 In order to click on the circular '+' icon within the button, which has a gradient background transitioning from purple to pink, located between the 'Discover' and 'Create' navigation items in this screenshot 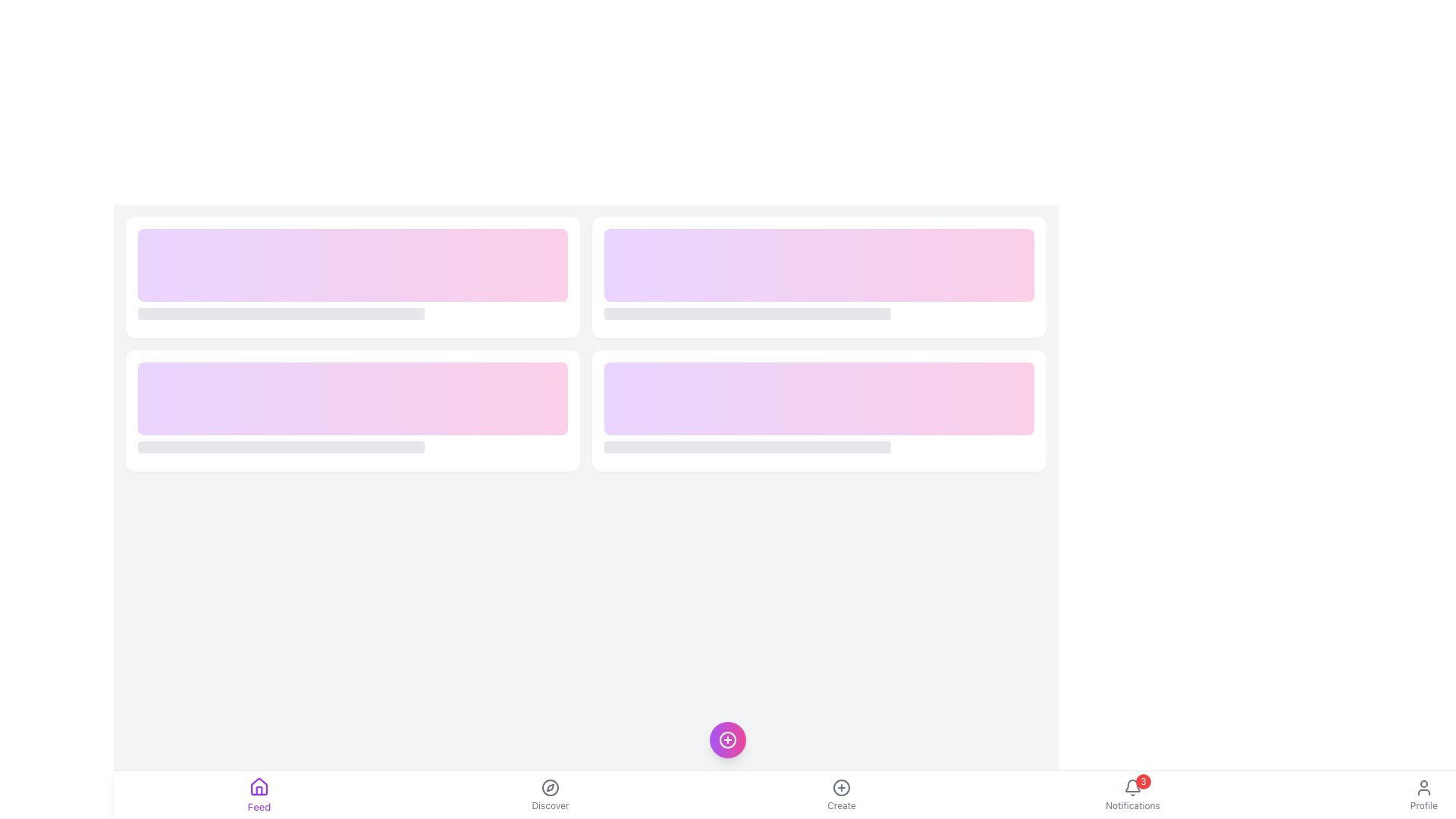, I will do `click(728, 739)`.